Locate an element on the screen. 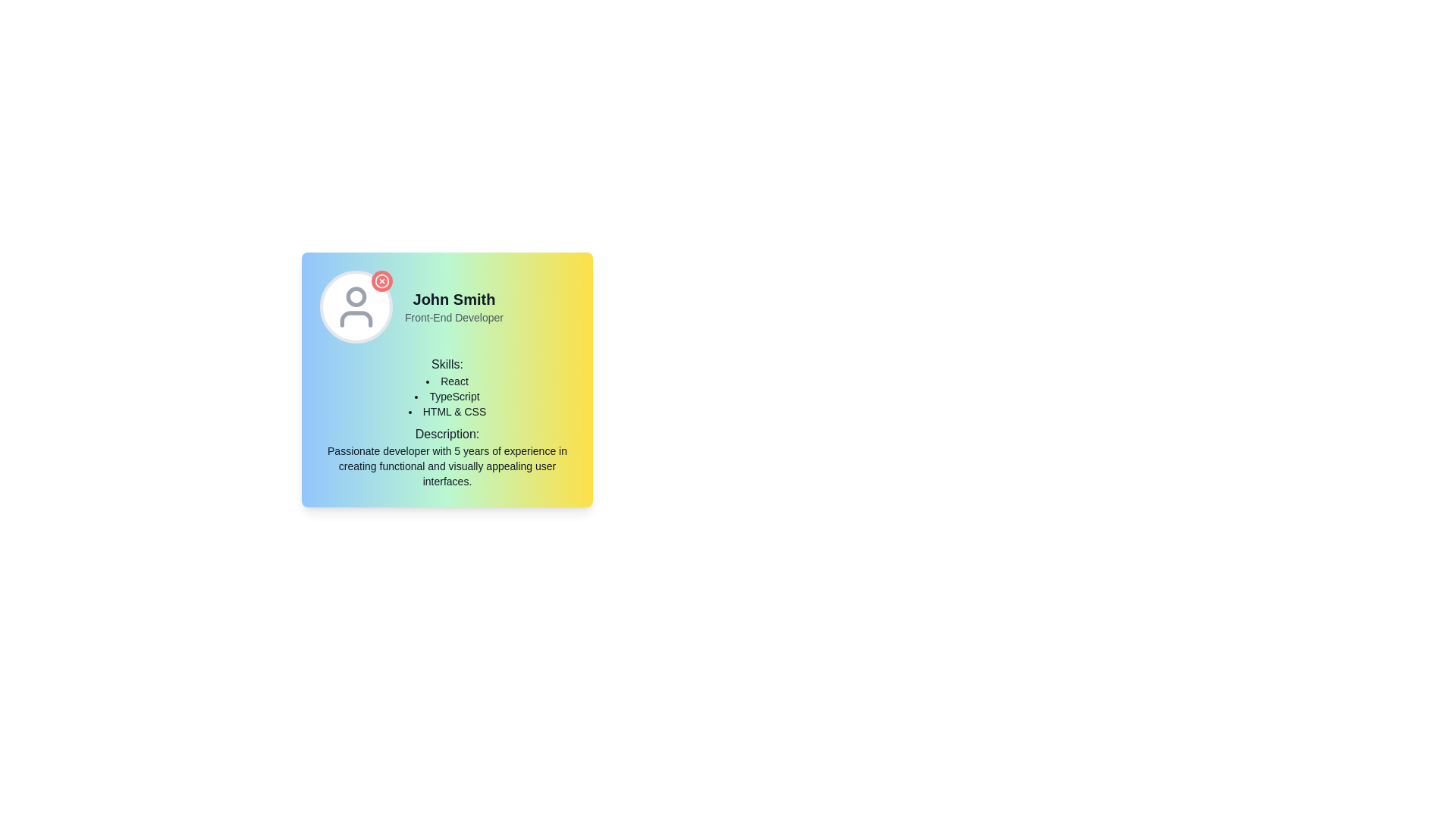 The width and height of the screenshot is (1456, 819). text content of the first bullet list item under the 'Skills' heading that displays the 'React' skill of the profile owner is located at coordinates (447, 380).